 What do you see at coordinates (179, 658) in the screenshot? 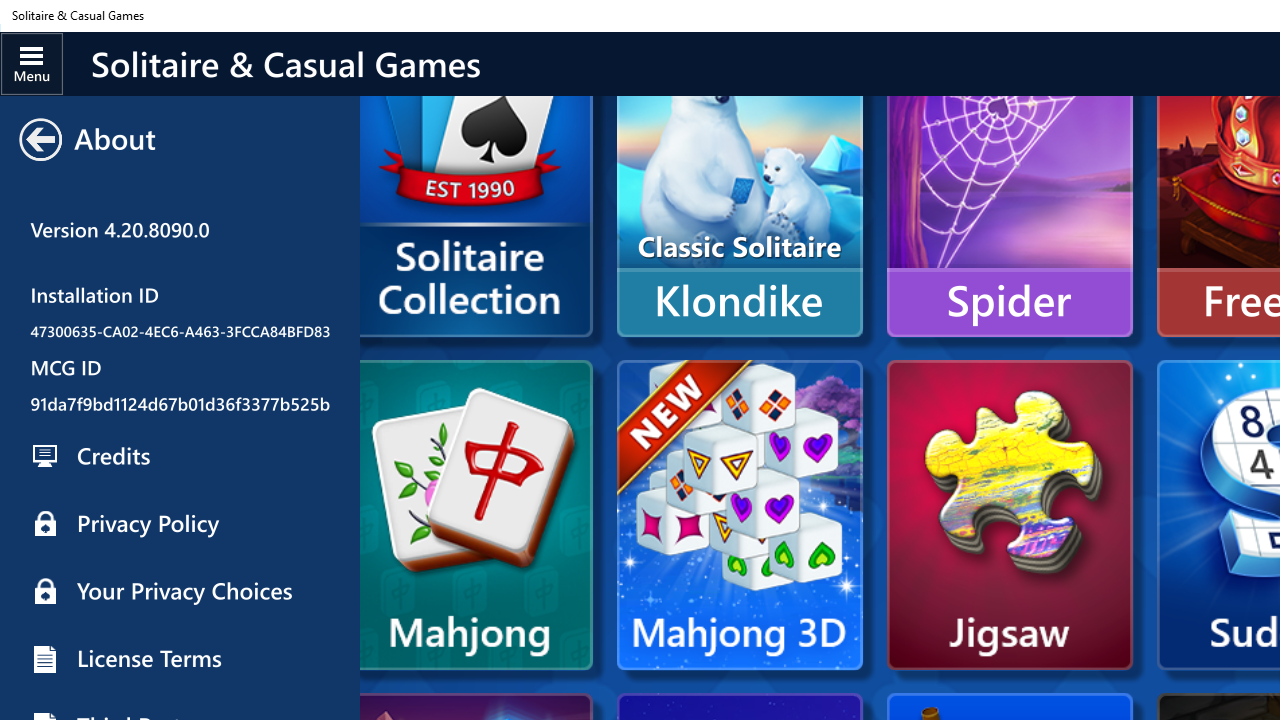
I see `'License Terms'` at bounding box center [179, 658].